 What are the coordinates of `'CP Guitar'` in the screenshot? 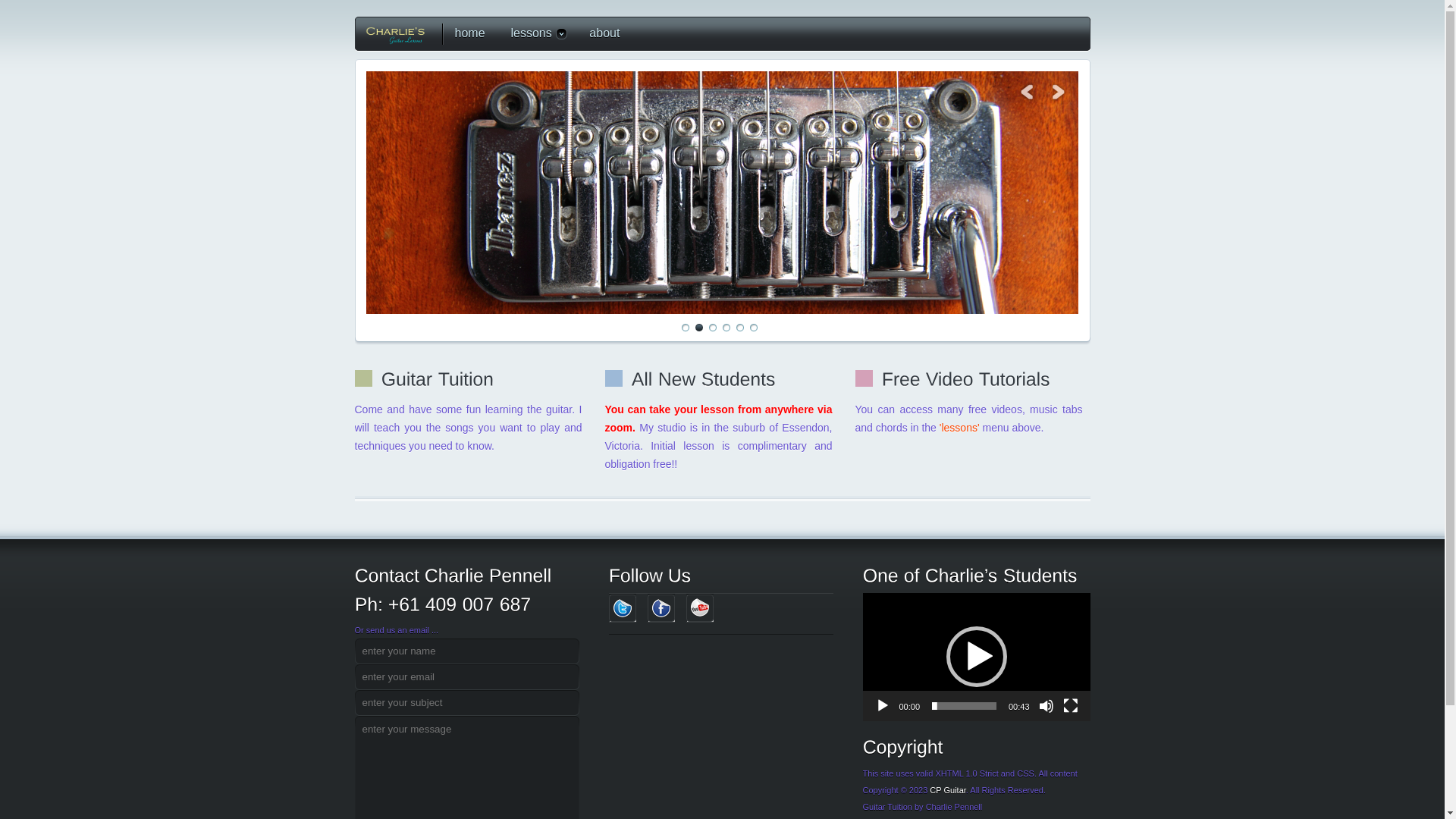 It's located at (946, 789).